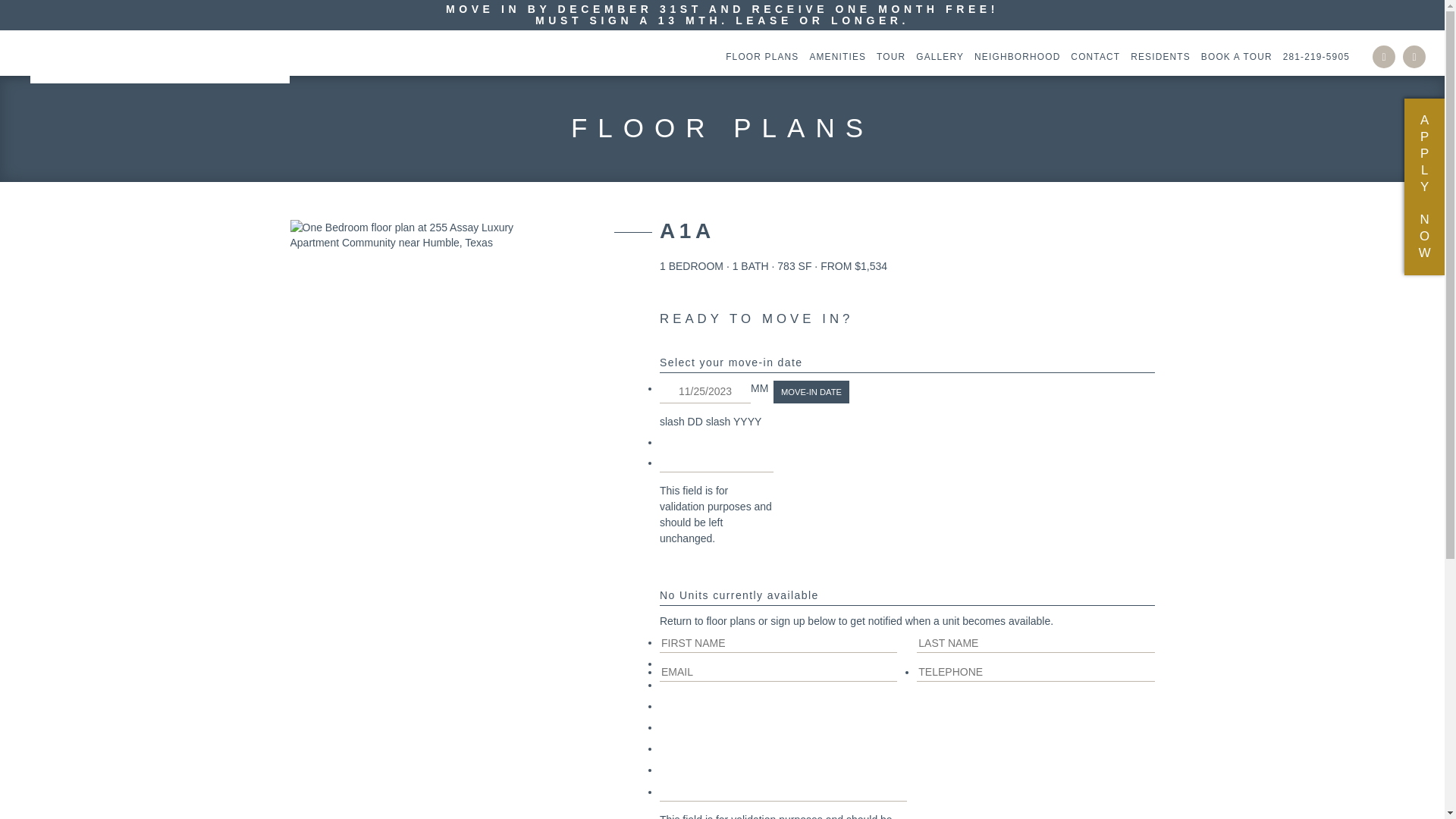 The width and height of the screenshot is (1456, 819). Describe the element at coordinates (1156, 55) in the screenshot. I see `'RESIDENTS'` at that location.